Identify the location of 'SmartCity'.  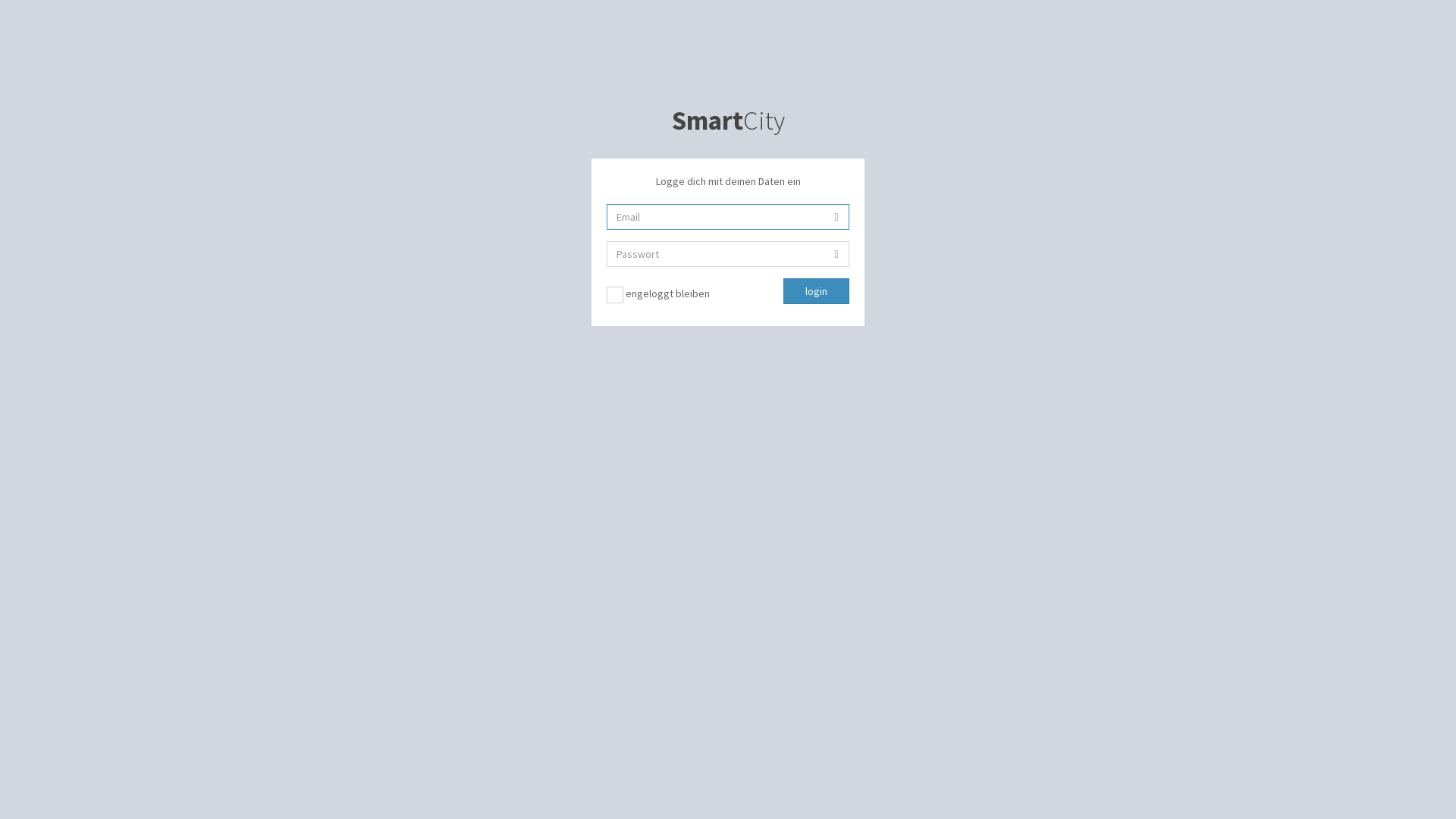
(728, 119).